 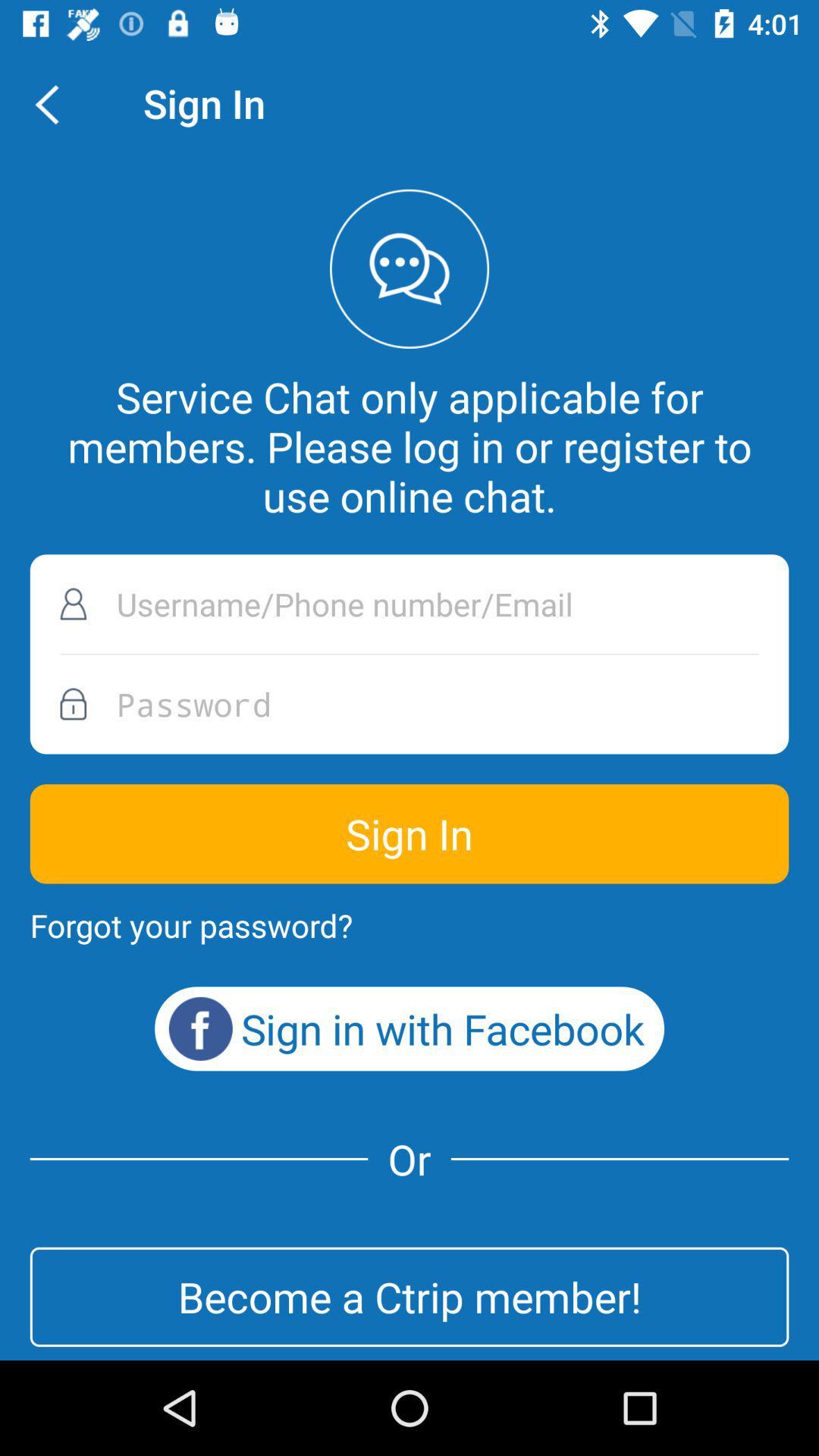 I want to click on the icon next to the sign in, so click(x=55, y=102).